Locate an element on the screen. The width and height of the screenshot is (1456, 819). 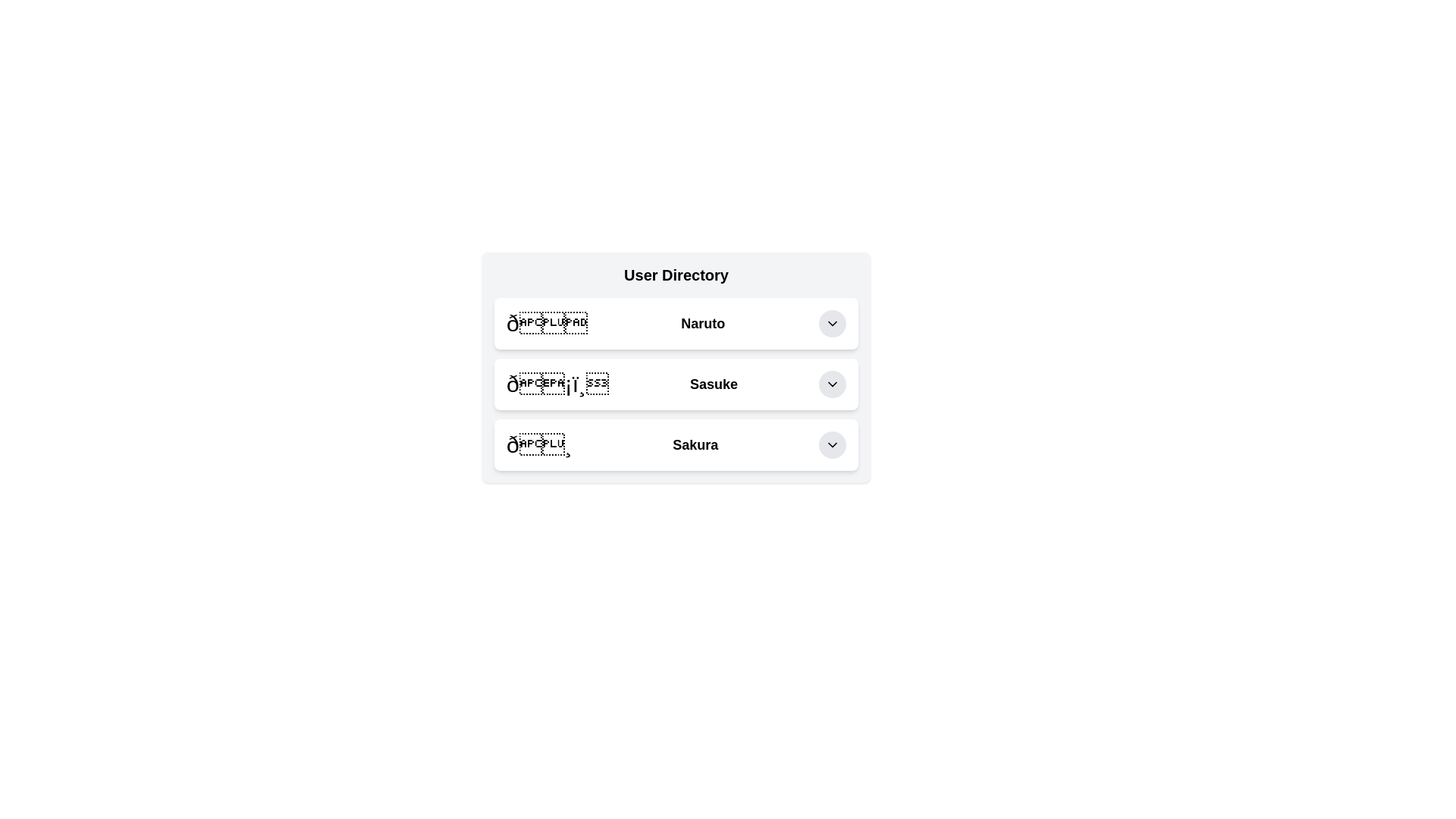
the circular gray button with a downward-pointing chevron icon next to the 'Naruto' text is located at coordinates (832, 323).